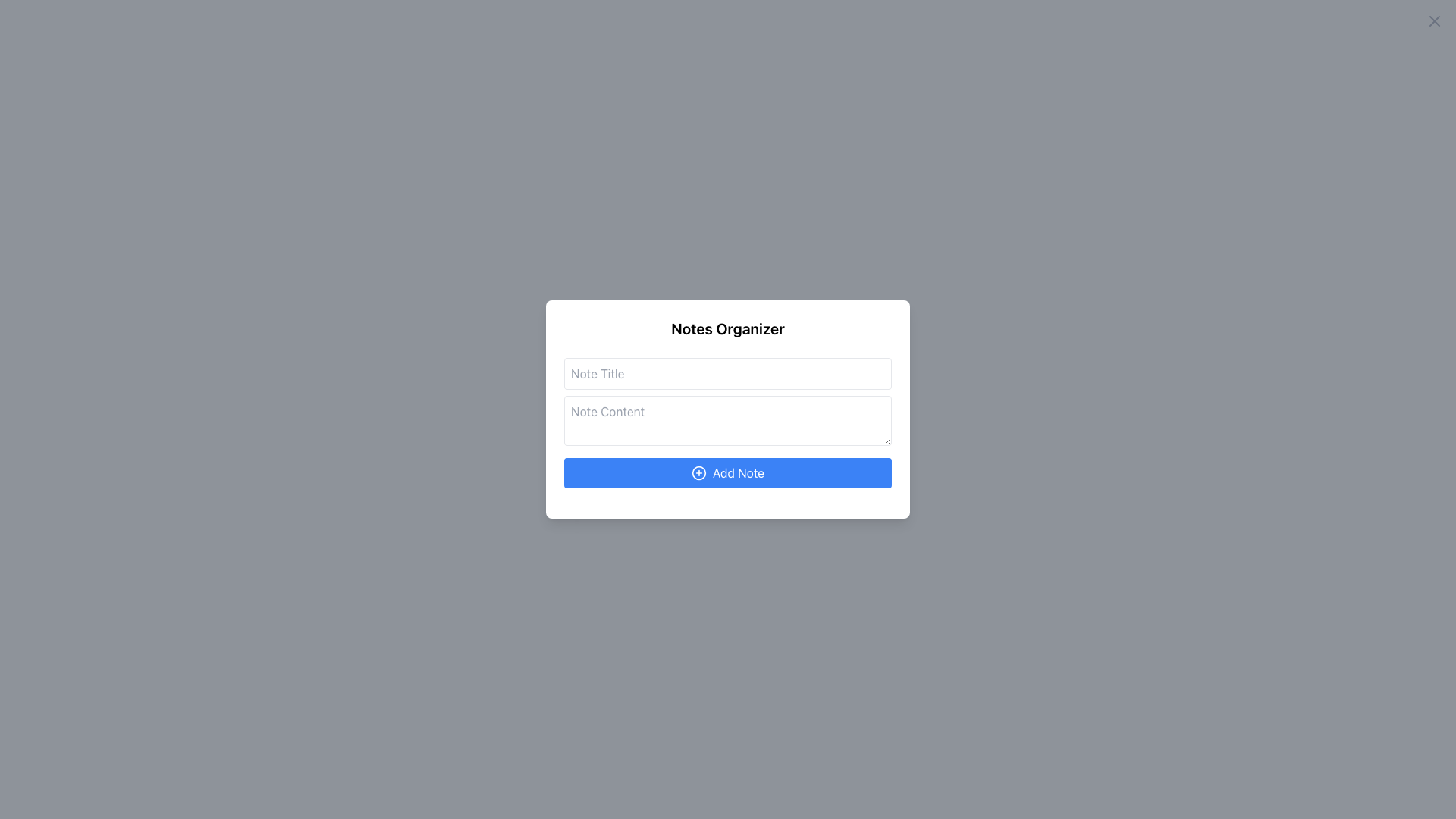  What do you see at coordinates (698, 472) in the screenshot?
I see `the SVG icon located on the left side of the 'Add Note' button` at bounding box center [698, 472].